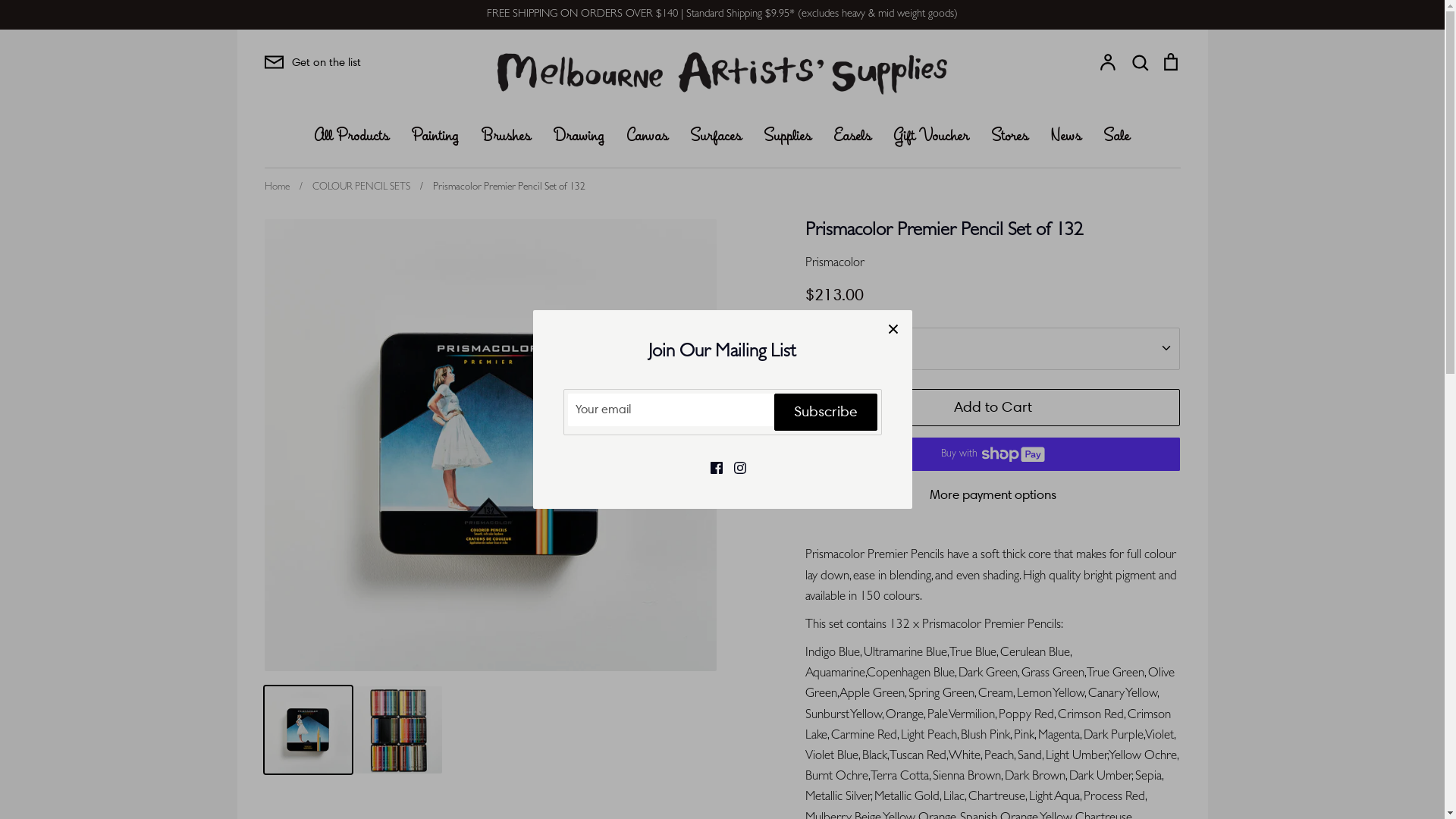  I want to click on 'Cart', so click(1169, 61).